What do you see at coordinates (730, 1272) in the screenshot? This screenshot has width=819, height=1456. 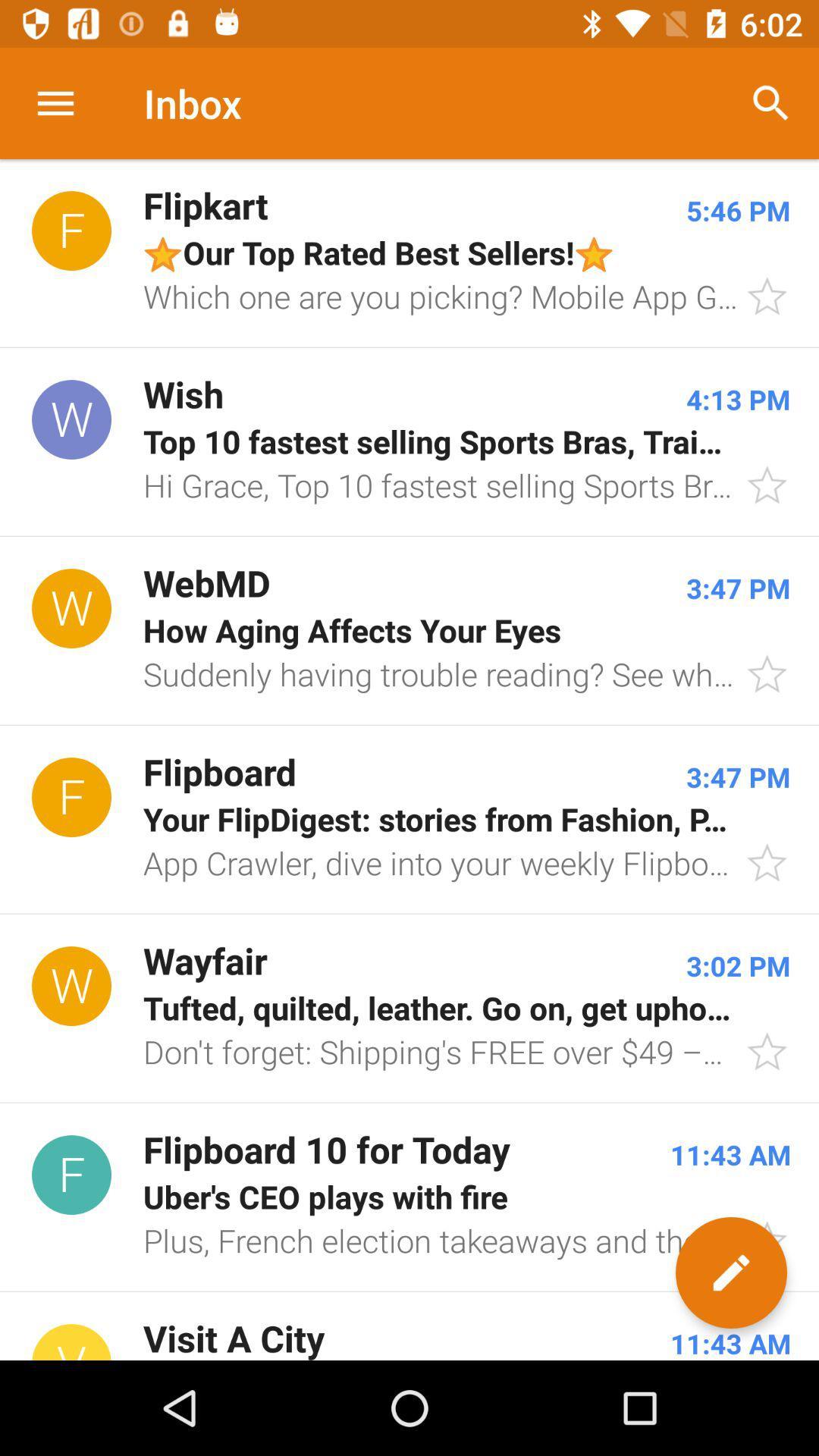 I see `the edit icon` at bounding box center [730, 1272].